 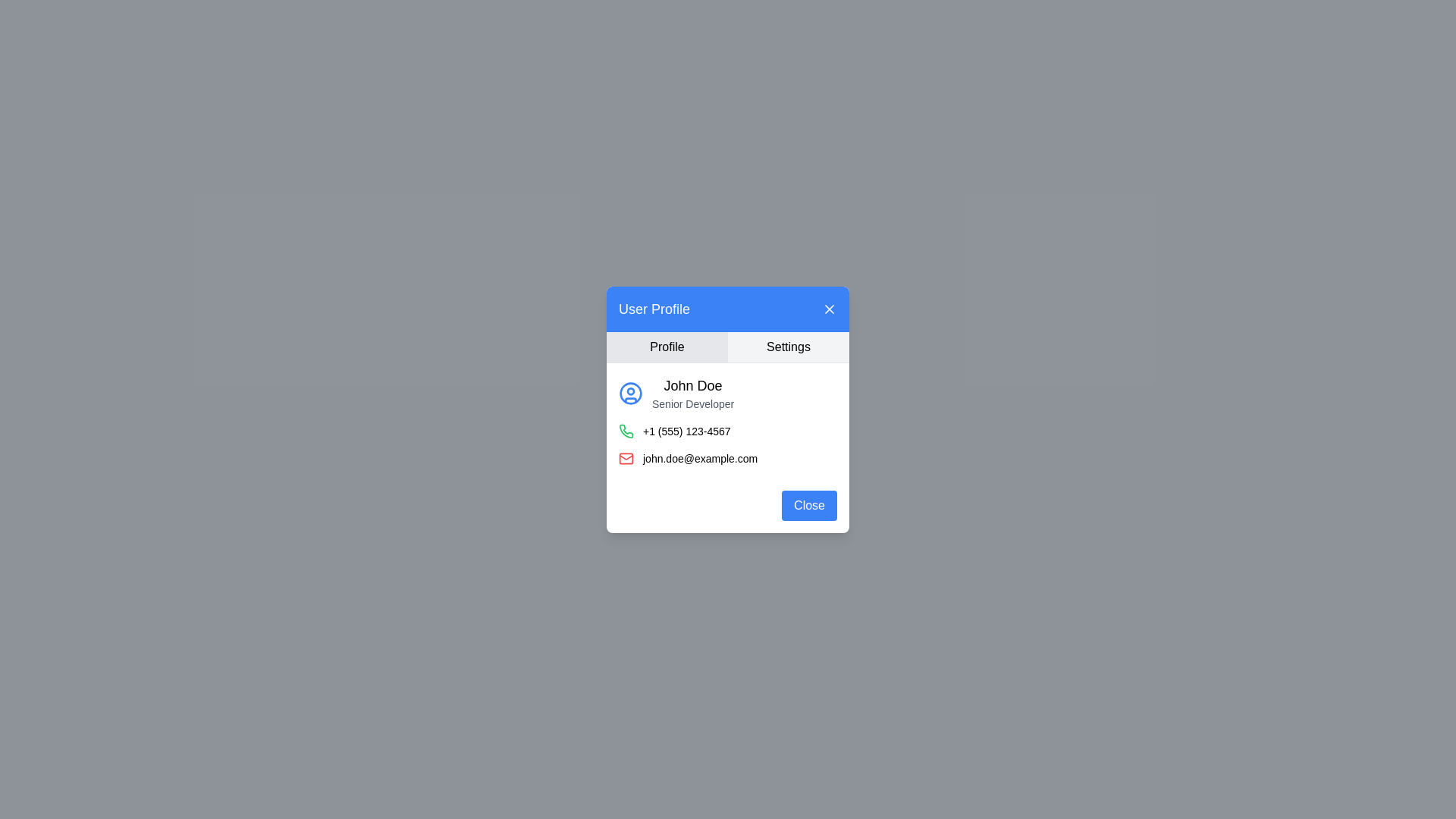 I want to click on information displayed in the 'User Profile' dialog, specifically the name 'John Doe' and the subtitle 'Senior Developer', which are presented in a visually distinct manner, so click(x=692, y=392).